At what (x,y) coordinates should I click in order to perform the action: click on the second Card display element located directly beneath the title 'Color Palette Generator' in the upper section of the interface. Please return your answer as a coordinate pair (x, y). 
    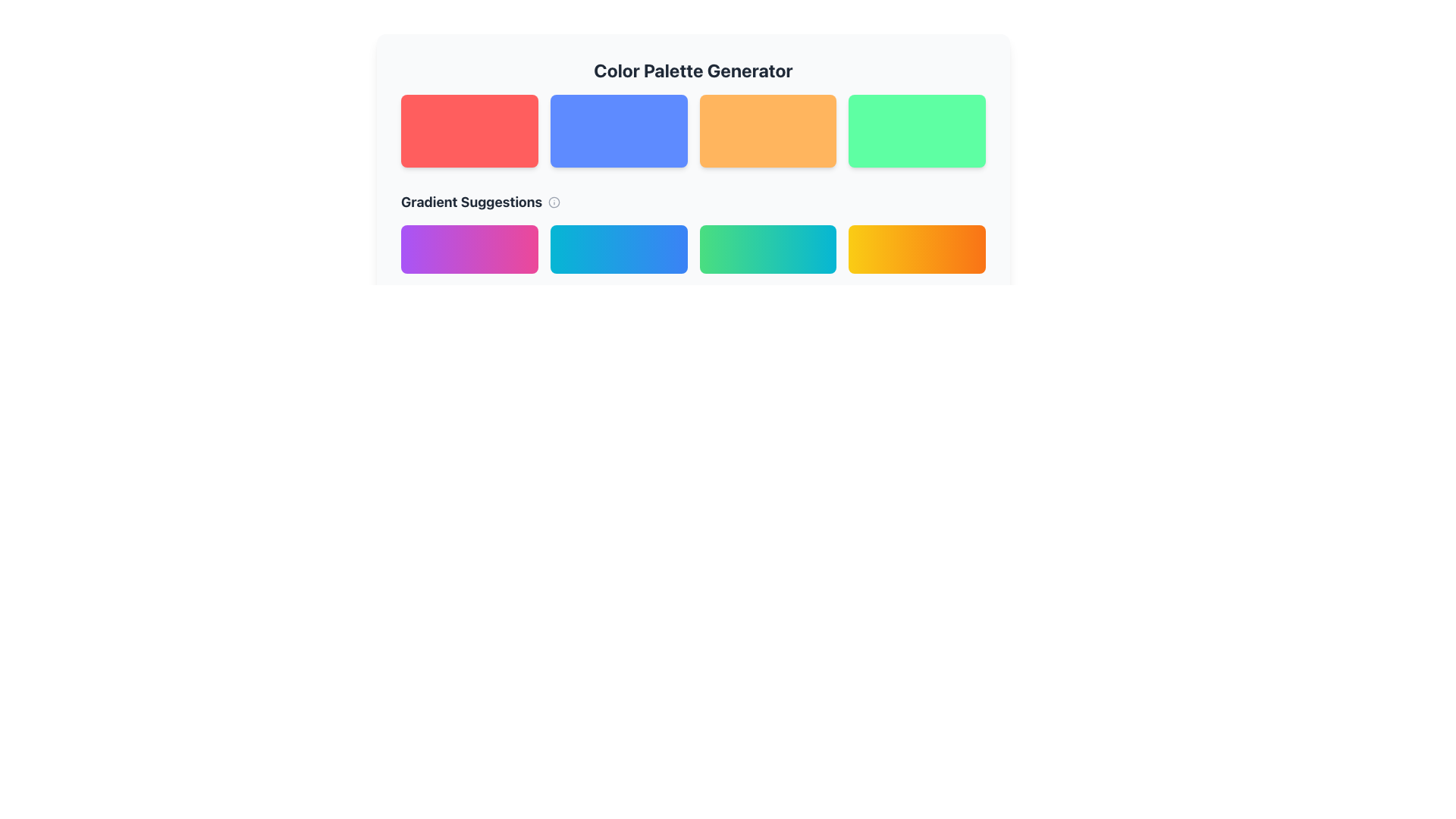
    Looking at the image, I should click on (692, 150).